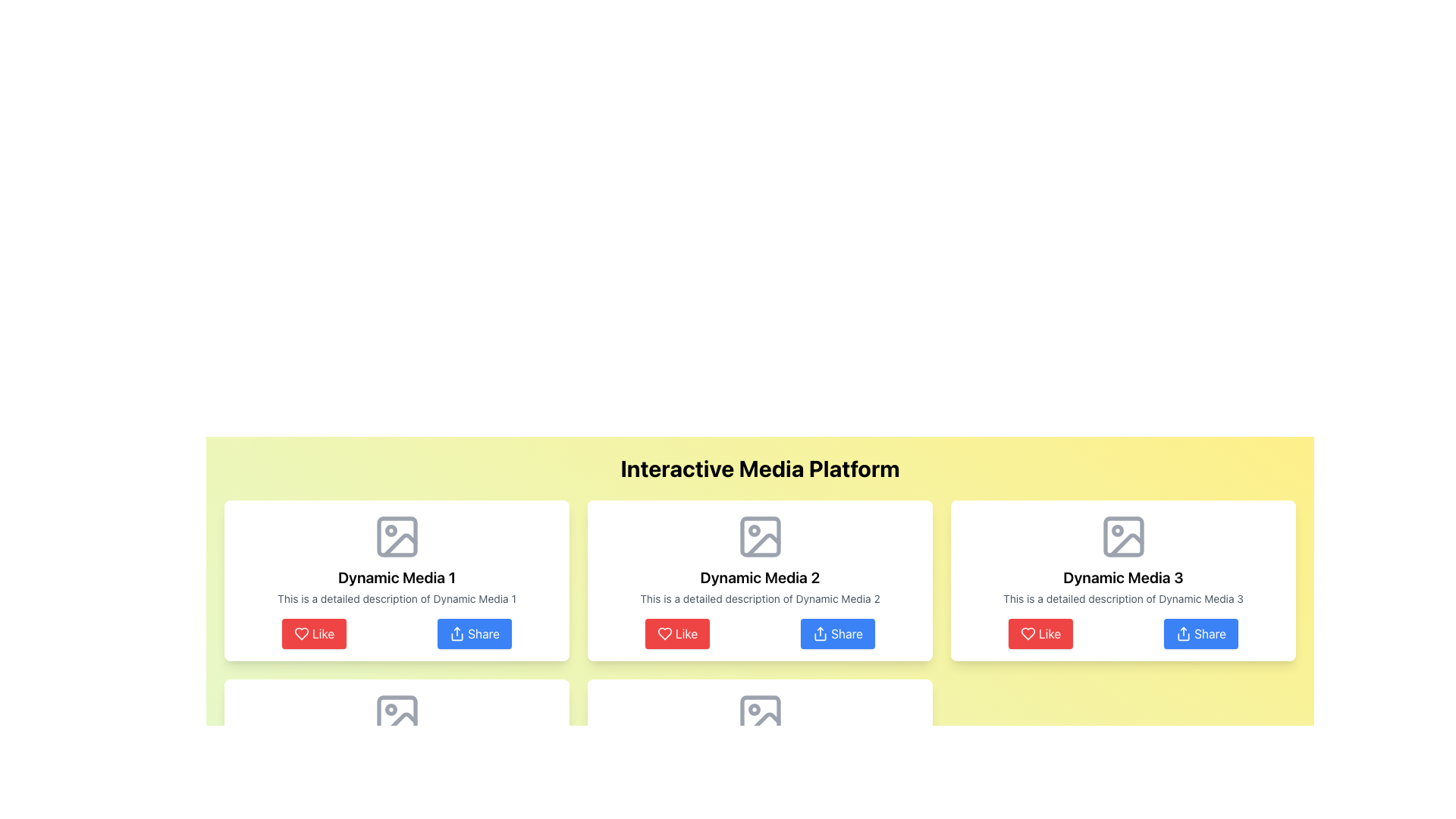 This screenshot has width=1456, height=819. What do you see at coordinates (837, 634) in the screenshot?
I see `the 'Share' button with a bright blue background and white text` at bounding box center [837, 634].